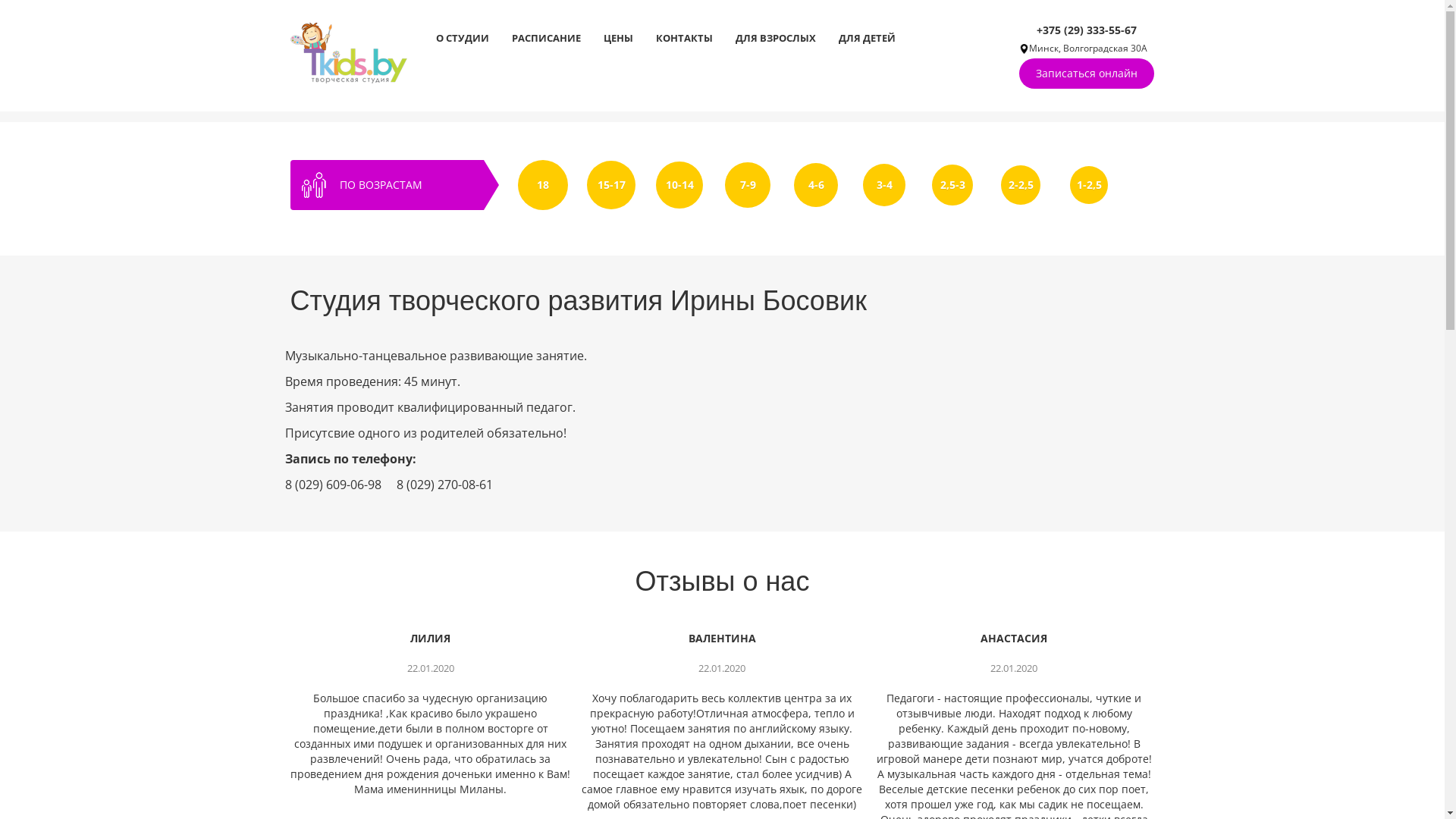 This screenshot has width=1456, height=819. Describe the element at coordinates (655, 184) in the screenshot. I see `'10-14'` at that location.